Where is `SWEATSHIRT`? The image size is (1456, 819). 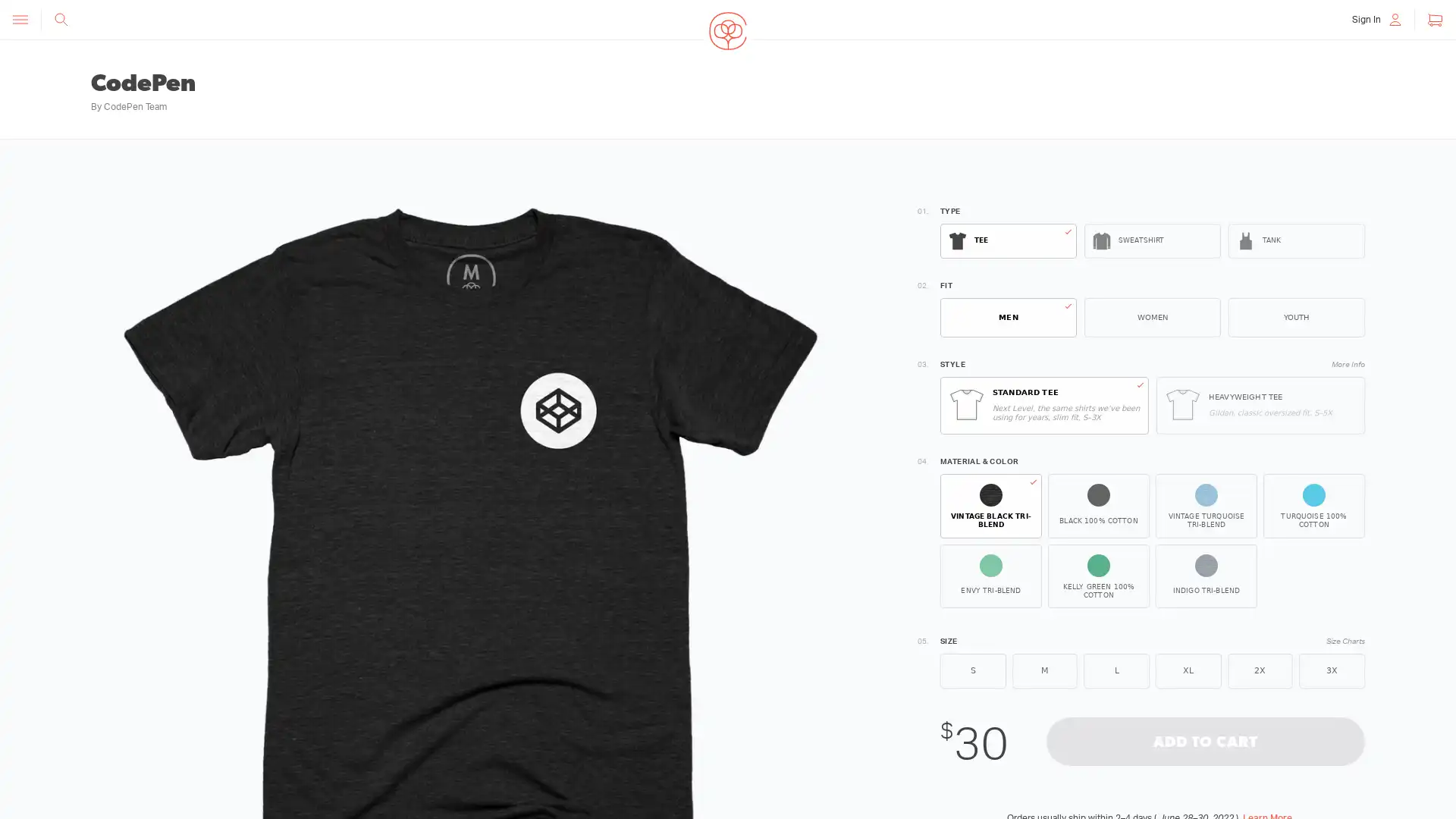
SWEATSHIRT is located at coordinates (1153, 240).